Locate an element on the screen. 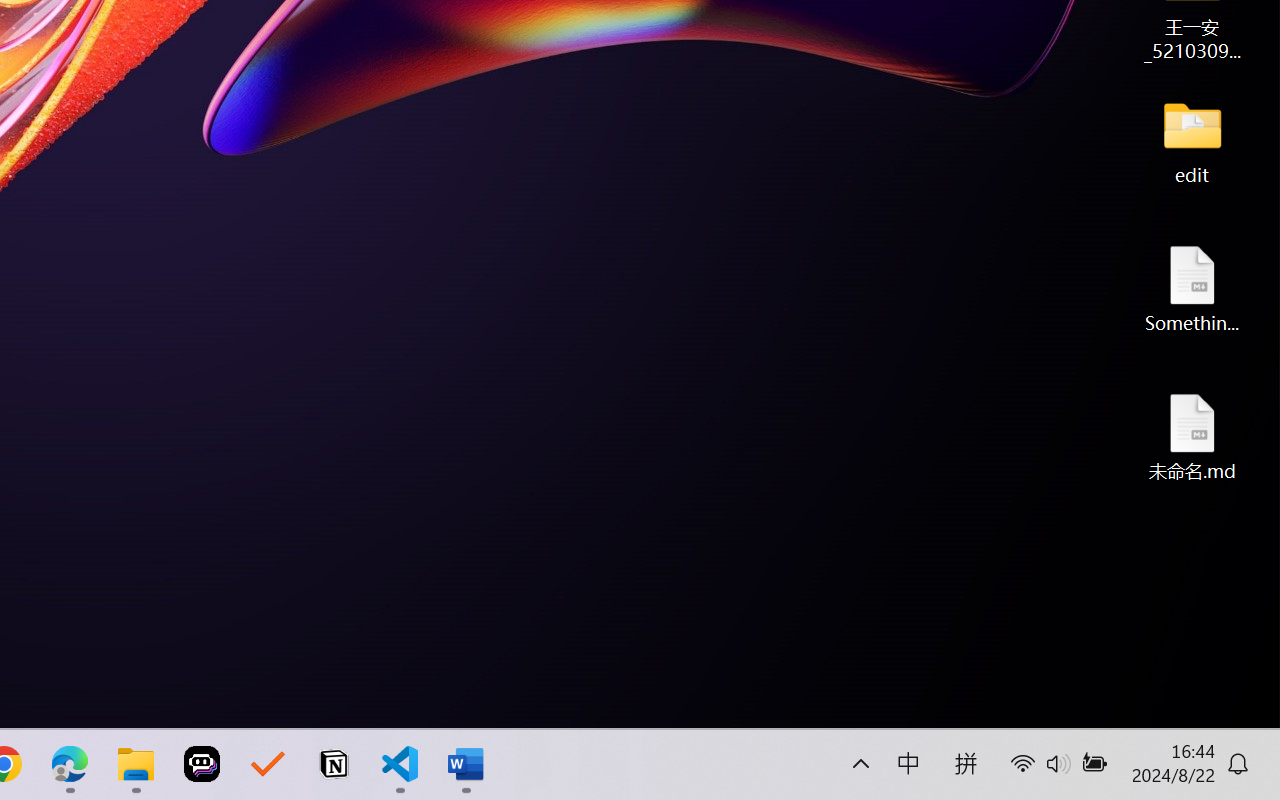 This screenshot has height=800, width=1280. 'edit' is located at coordinates (1192, 140).